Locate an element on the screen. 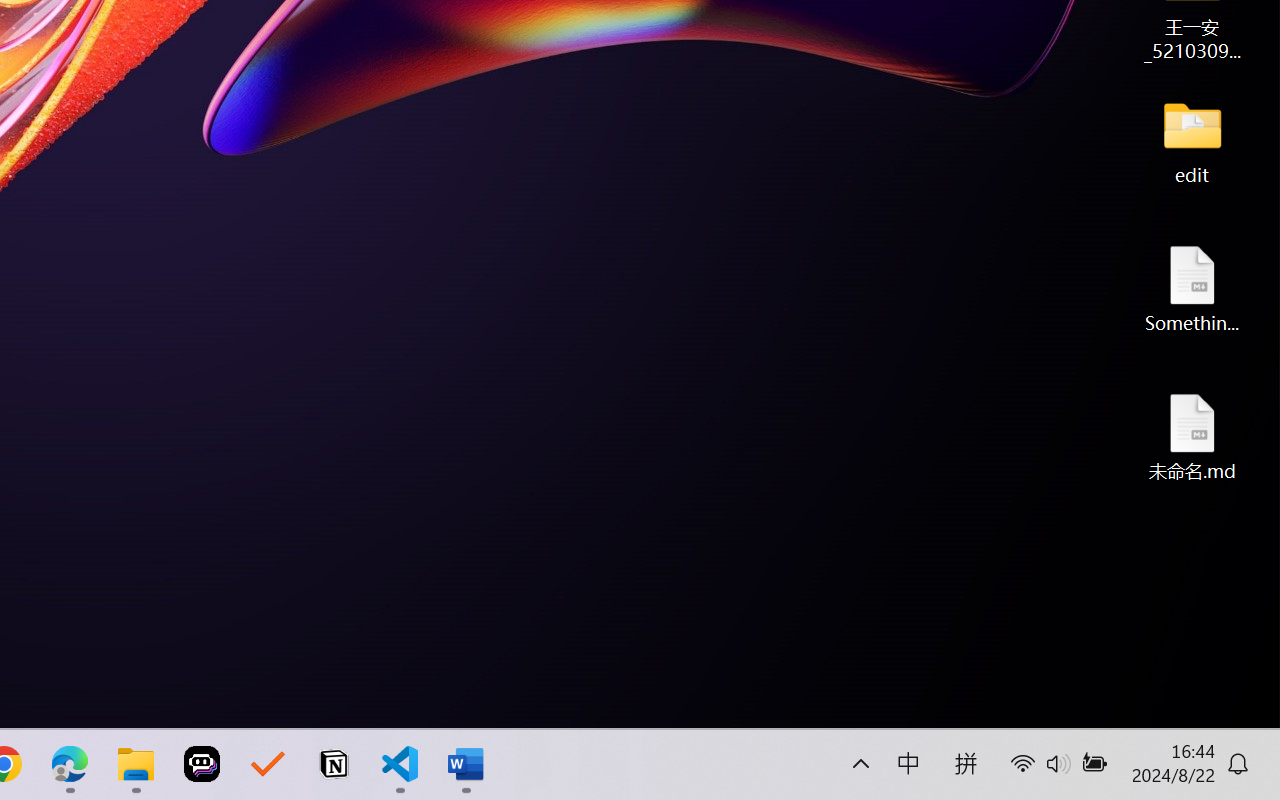 This screenshot has height=800, width=1280. 'edit' is located at coordinates (1192, 140).